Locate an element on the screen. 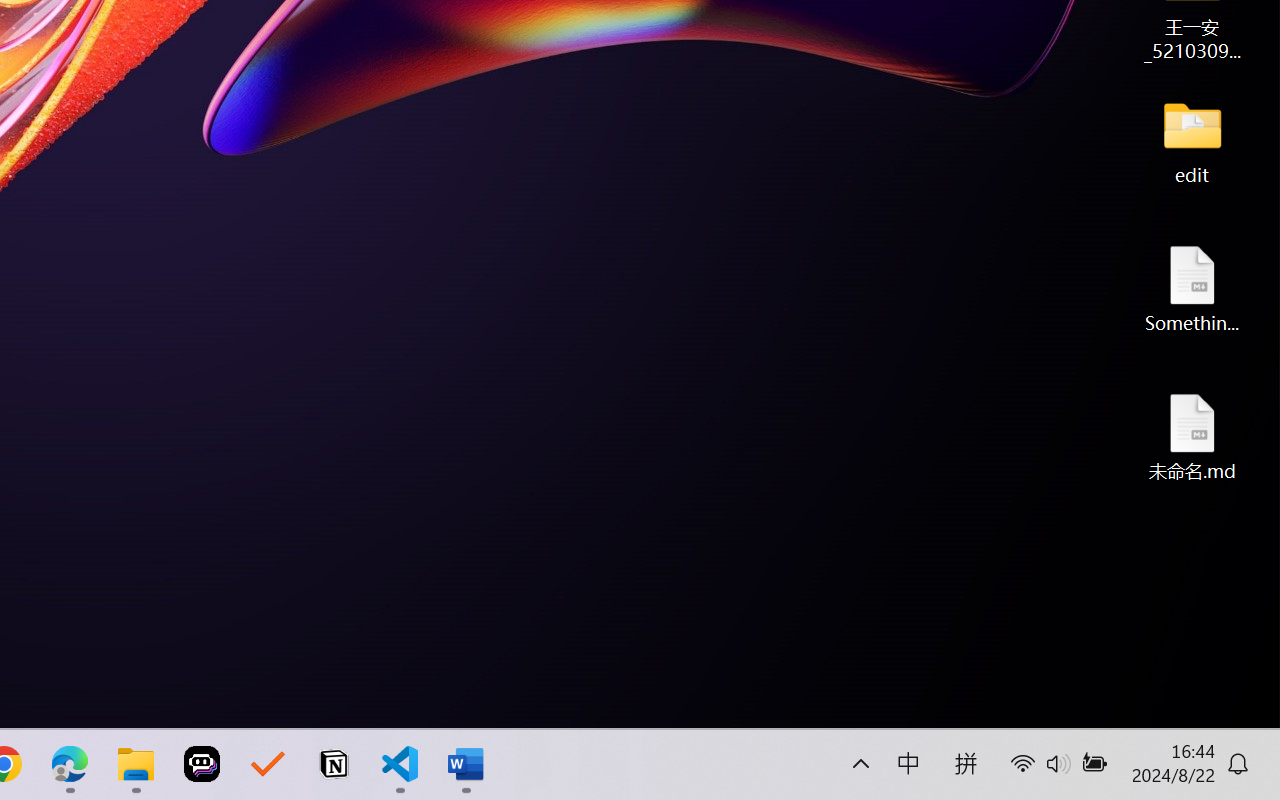 This screenshot has height=800, width=1280. 'edit' is located at coordinates (1192, 140).